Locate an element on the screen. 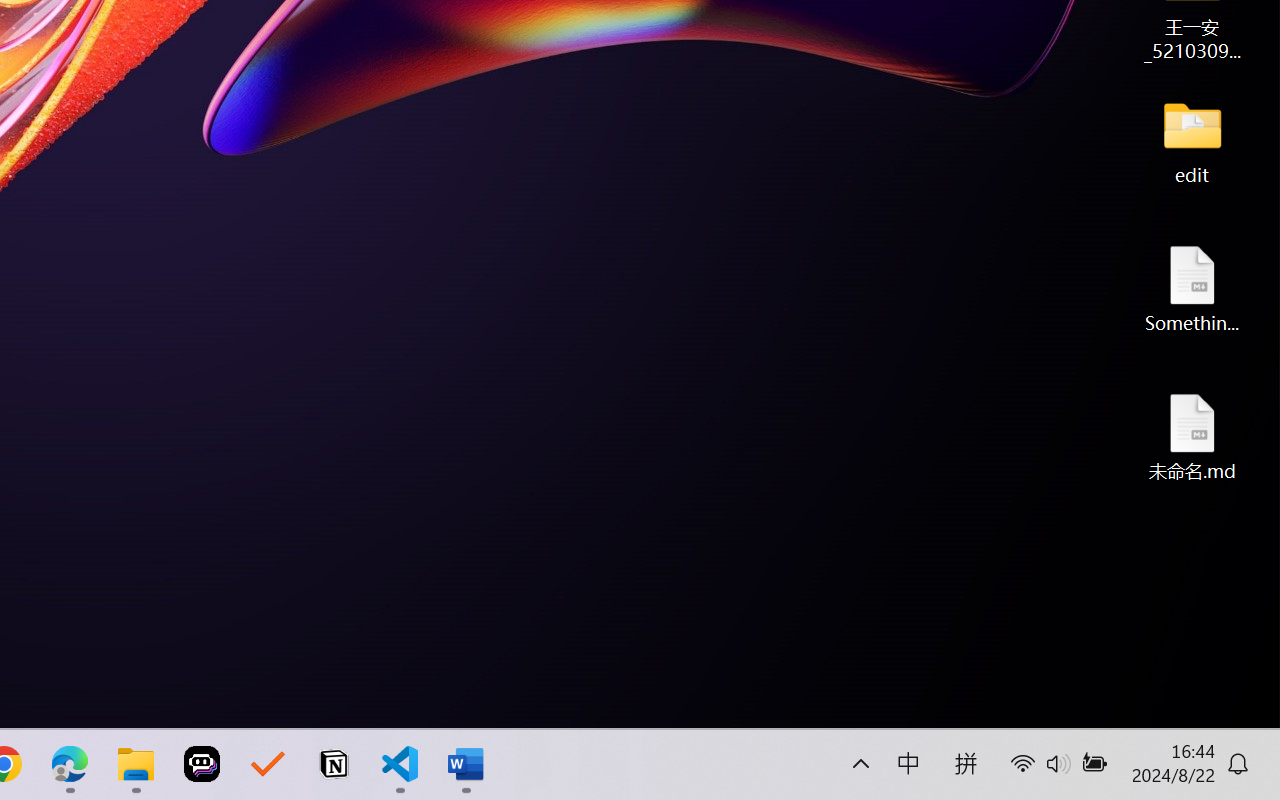 This screenshot has height=800, width=1280. 'edit' is located at coordinates (1192, 140).